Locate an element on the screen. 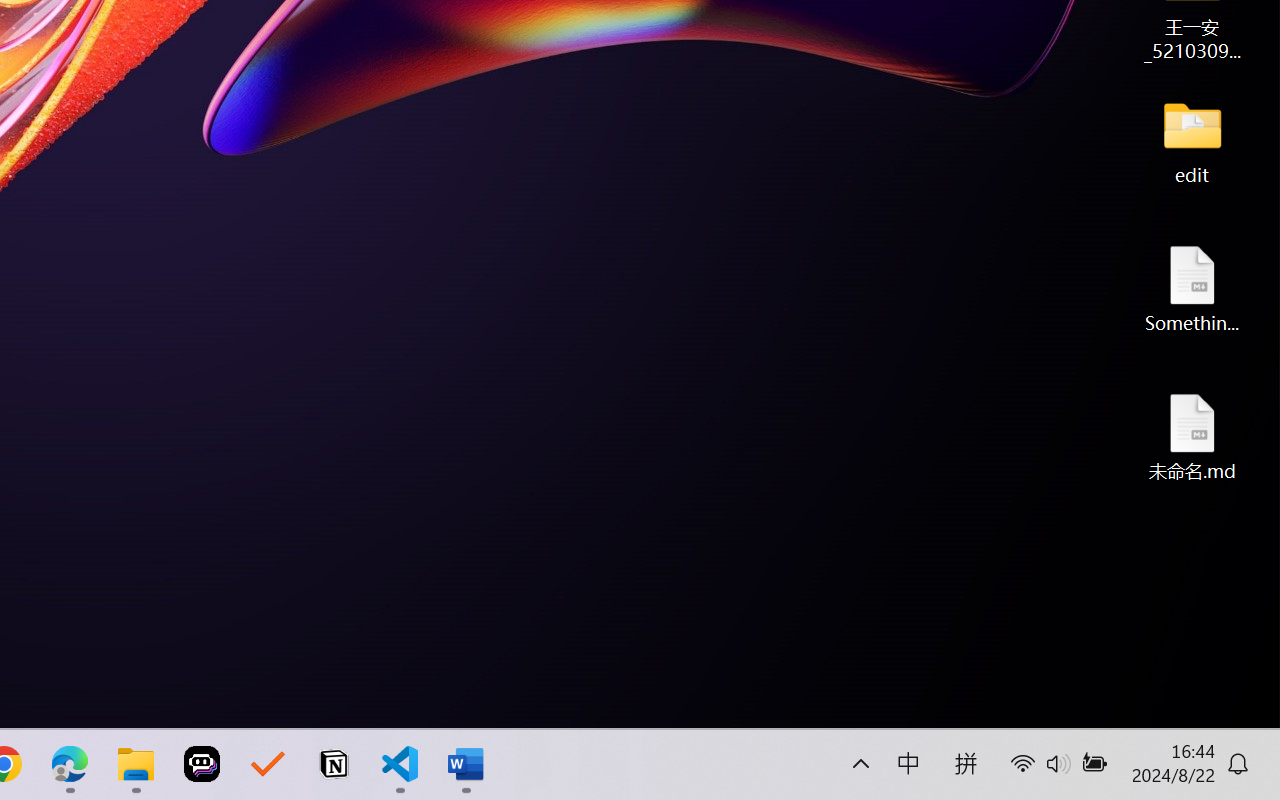 This screenshot has height=800, width=1280. 'edit' is located at coordinates (1192, 140).